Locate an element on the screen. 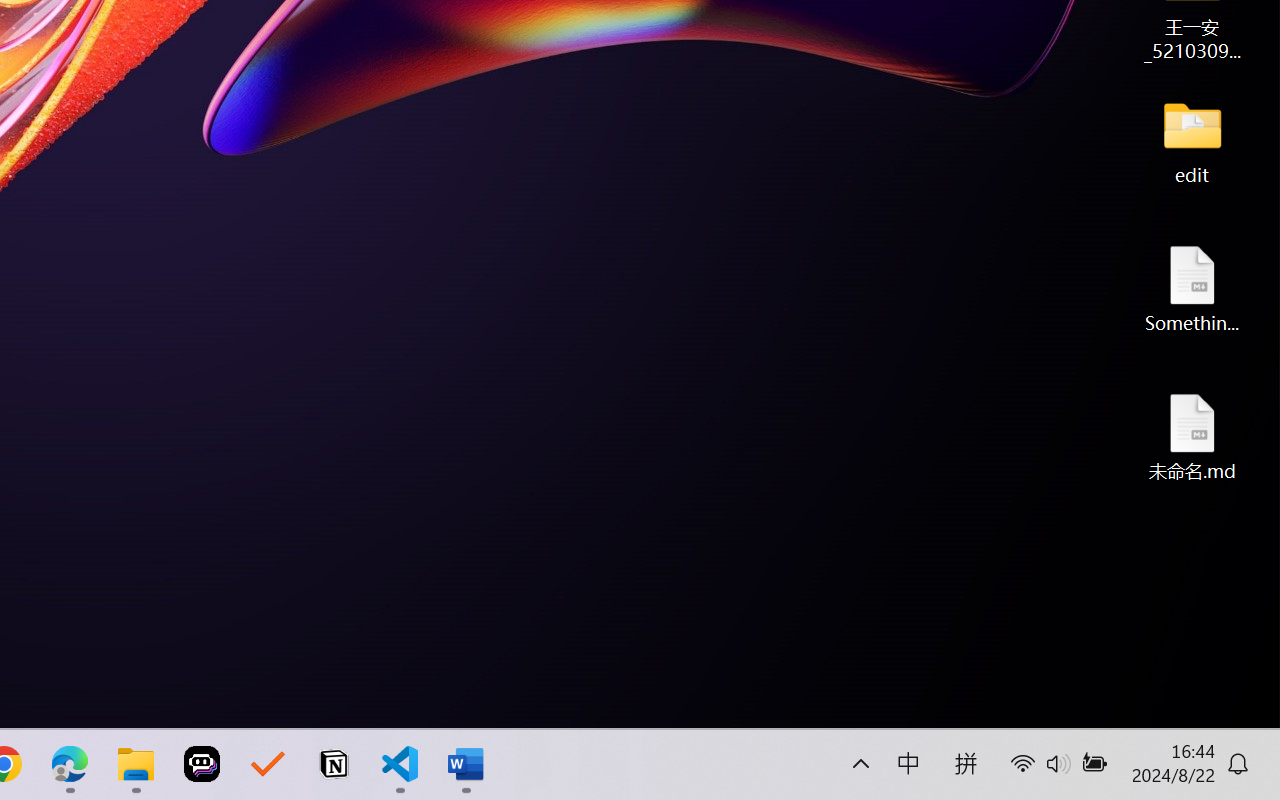 This screenshot has height=800, width=1280. 'edit' is located at coordinates (1192, 140).